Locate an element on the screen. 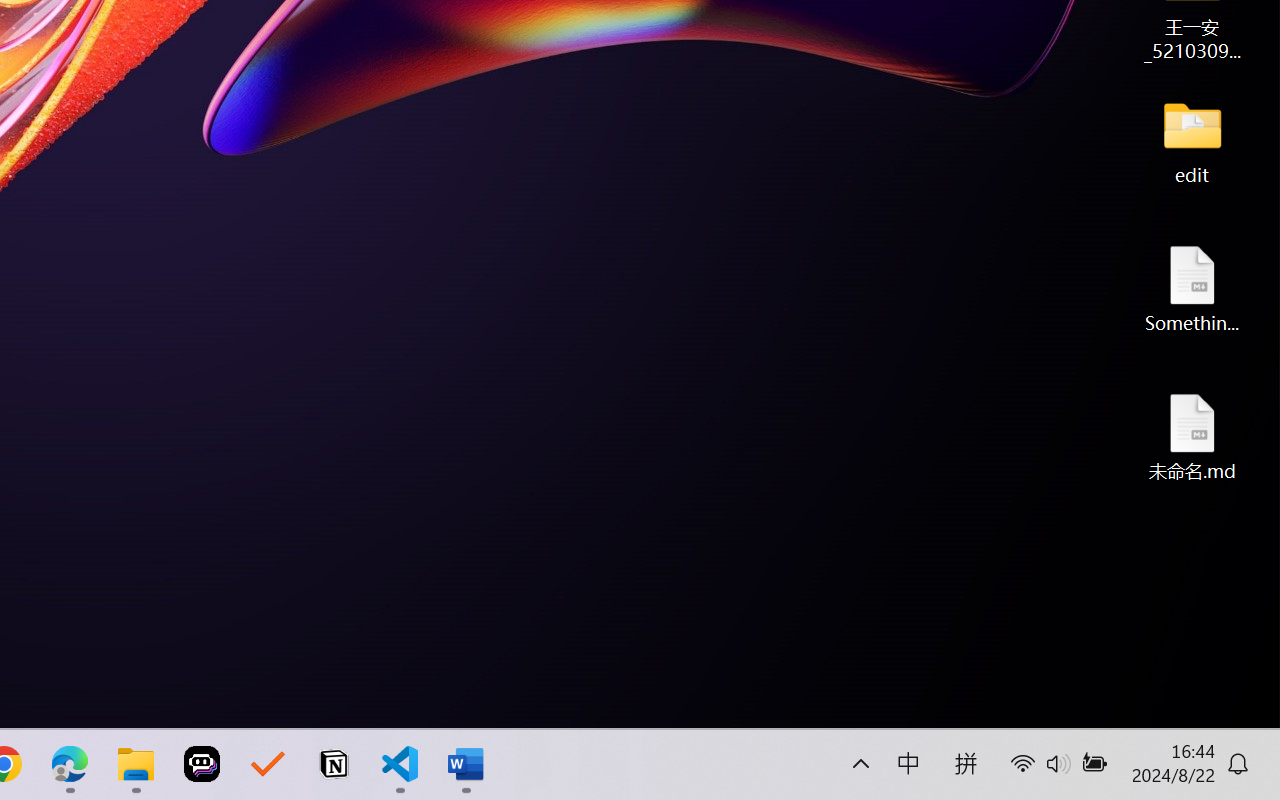 This screenshot has height=800, width=1280. 'edit' is located at coordinates (1192, 140).